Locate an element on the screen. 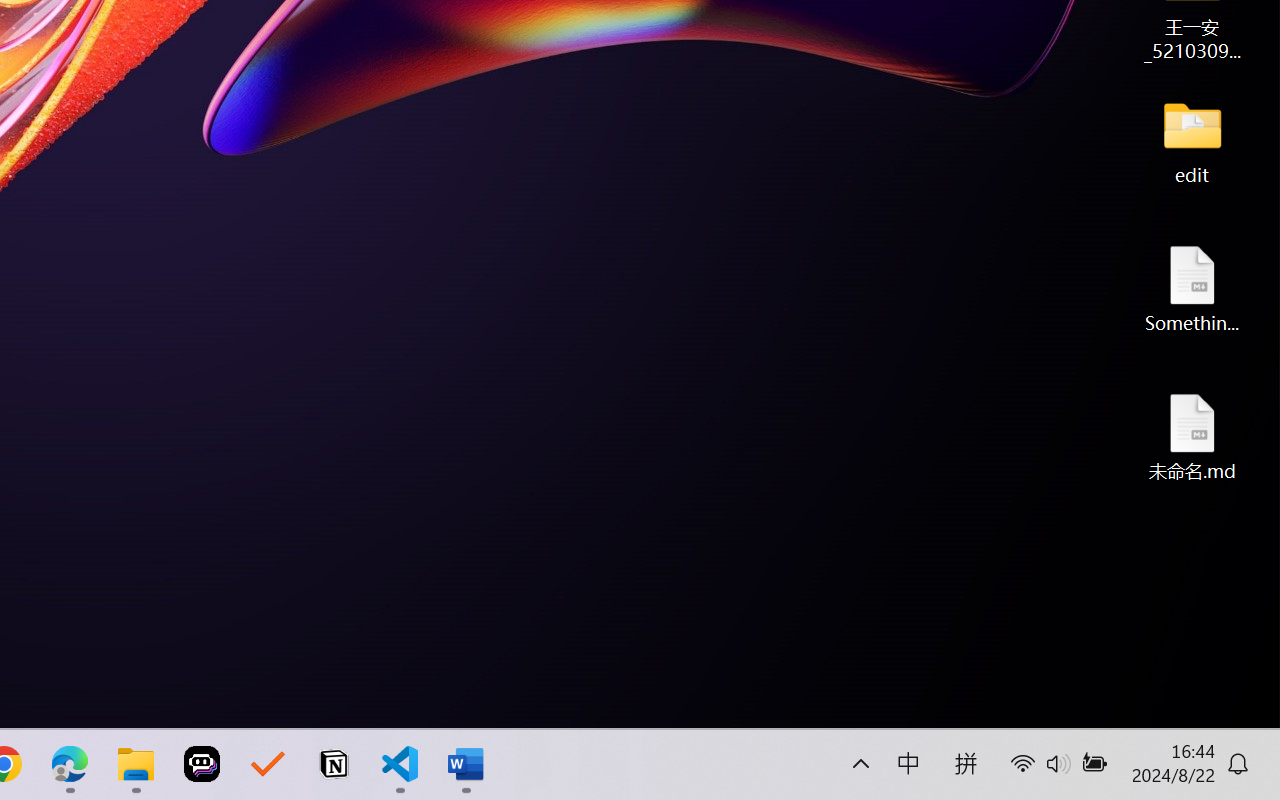 This screenshot has height=800, width=1280. 'edit' is located at coordinates (1192, 140).